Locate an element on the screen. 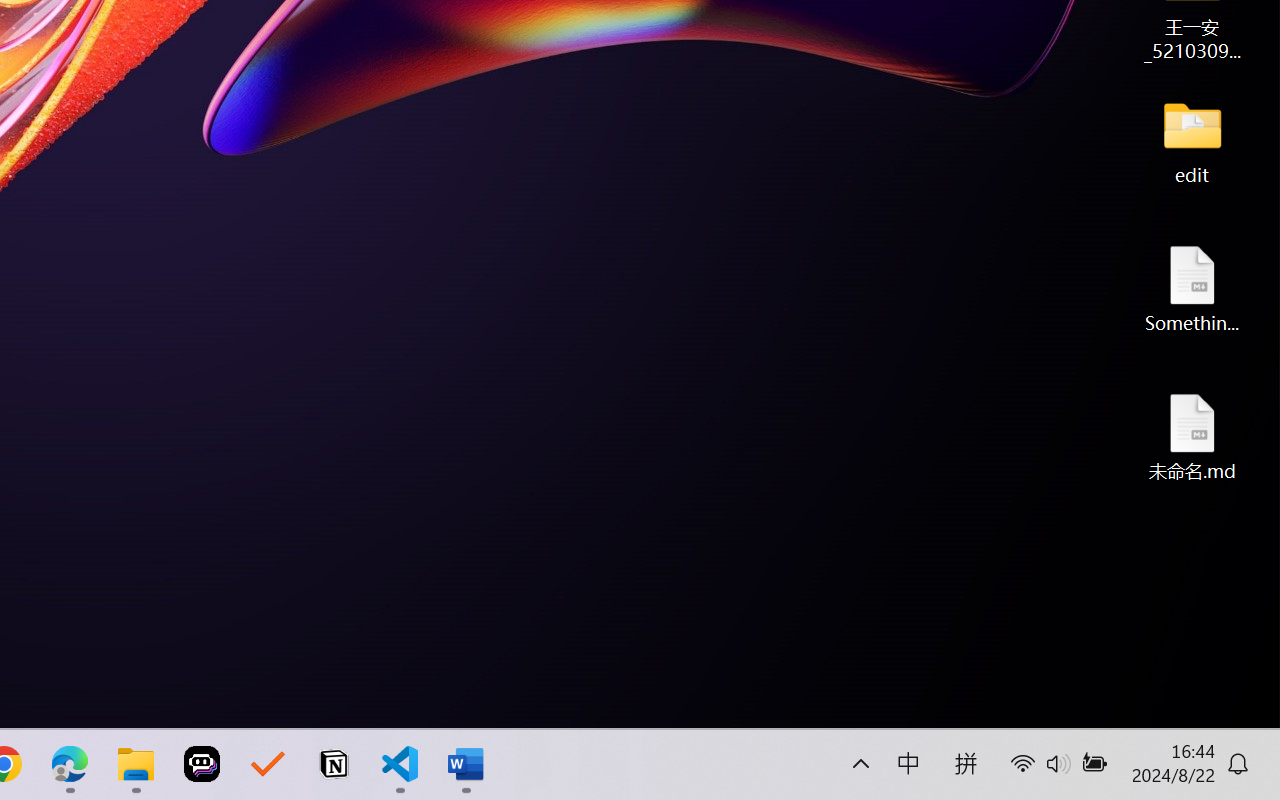 This screenshot has height=800, width=1280. 'edit' is located at coordinates (1192, 140).